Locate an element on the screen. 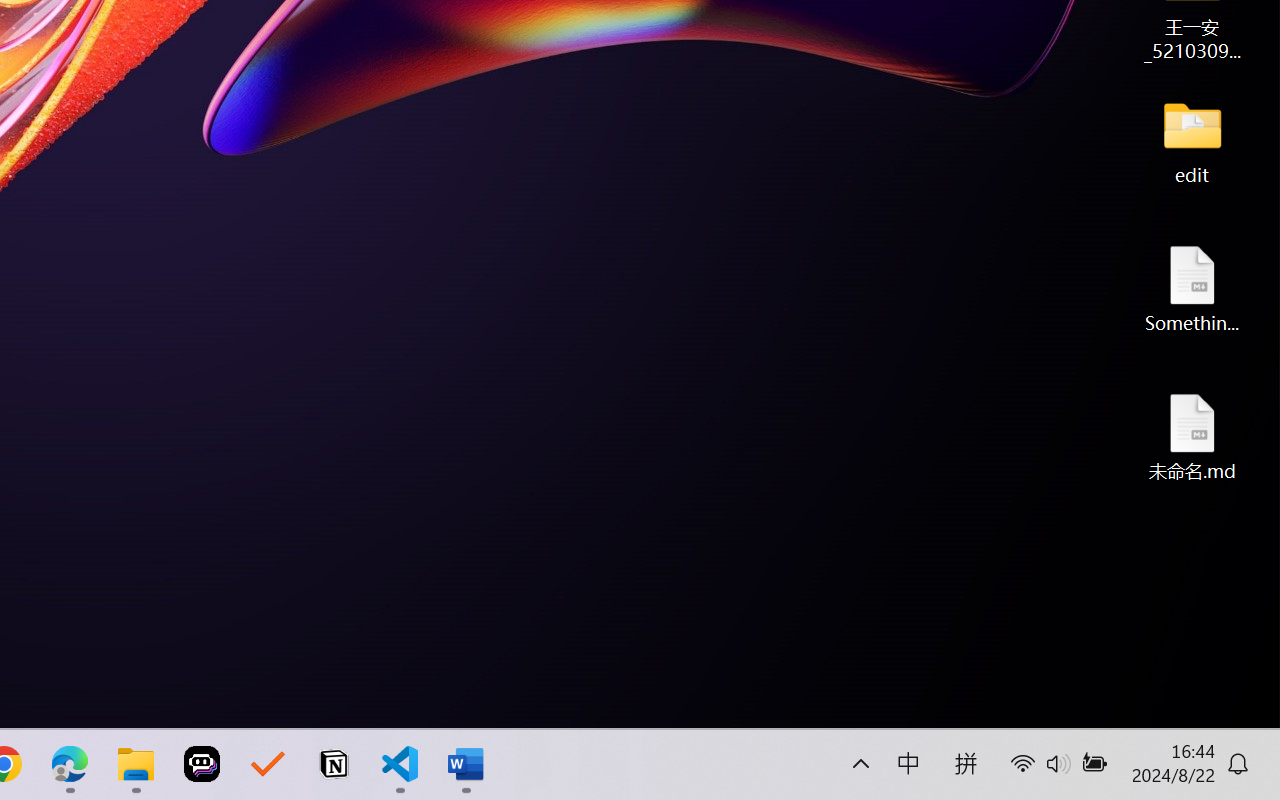 This screenshot has height=800, width=1280. 'edit' is located at coordinates (1192, 140).